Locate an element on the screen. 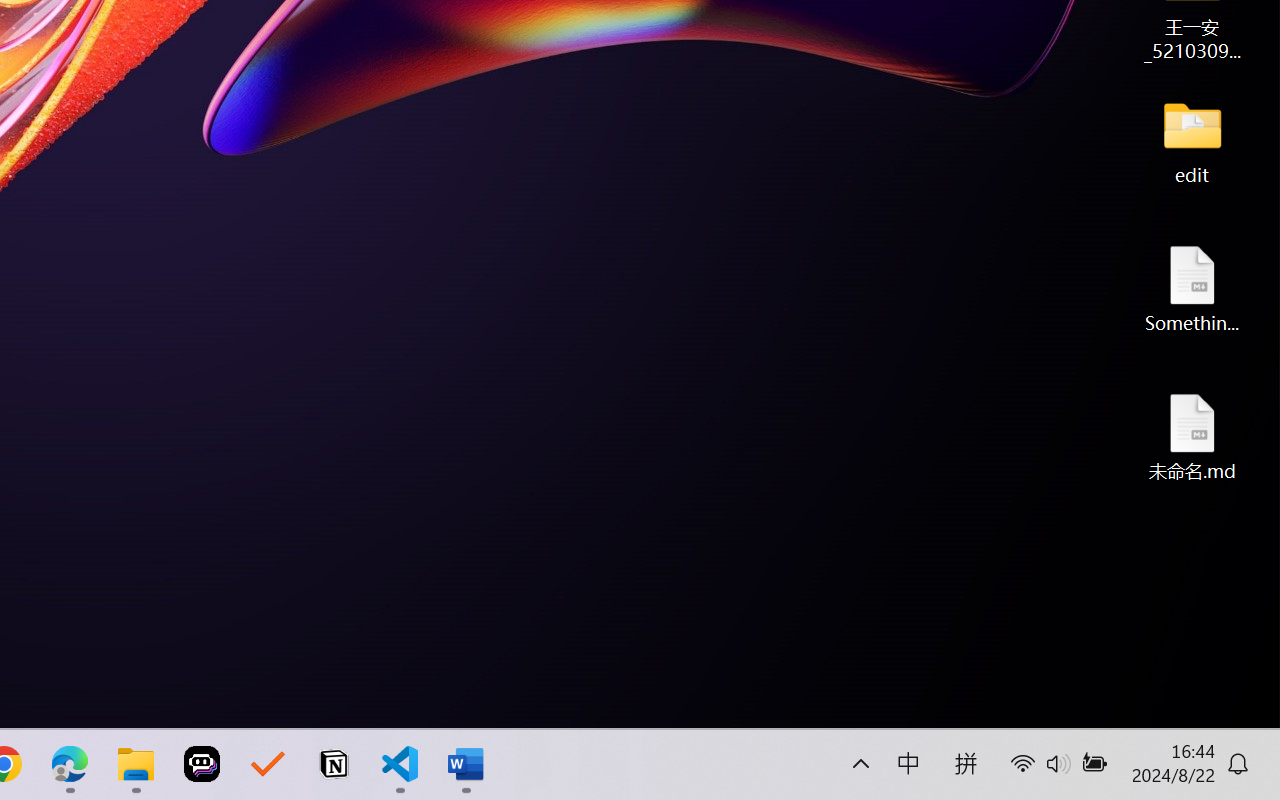 This screenshot has height=800, width=1280. 'edit' is located at coordinates (1192, 140).